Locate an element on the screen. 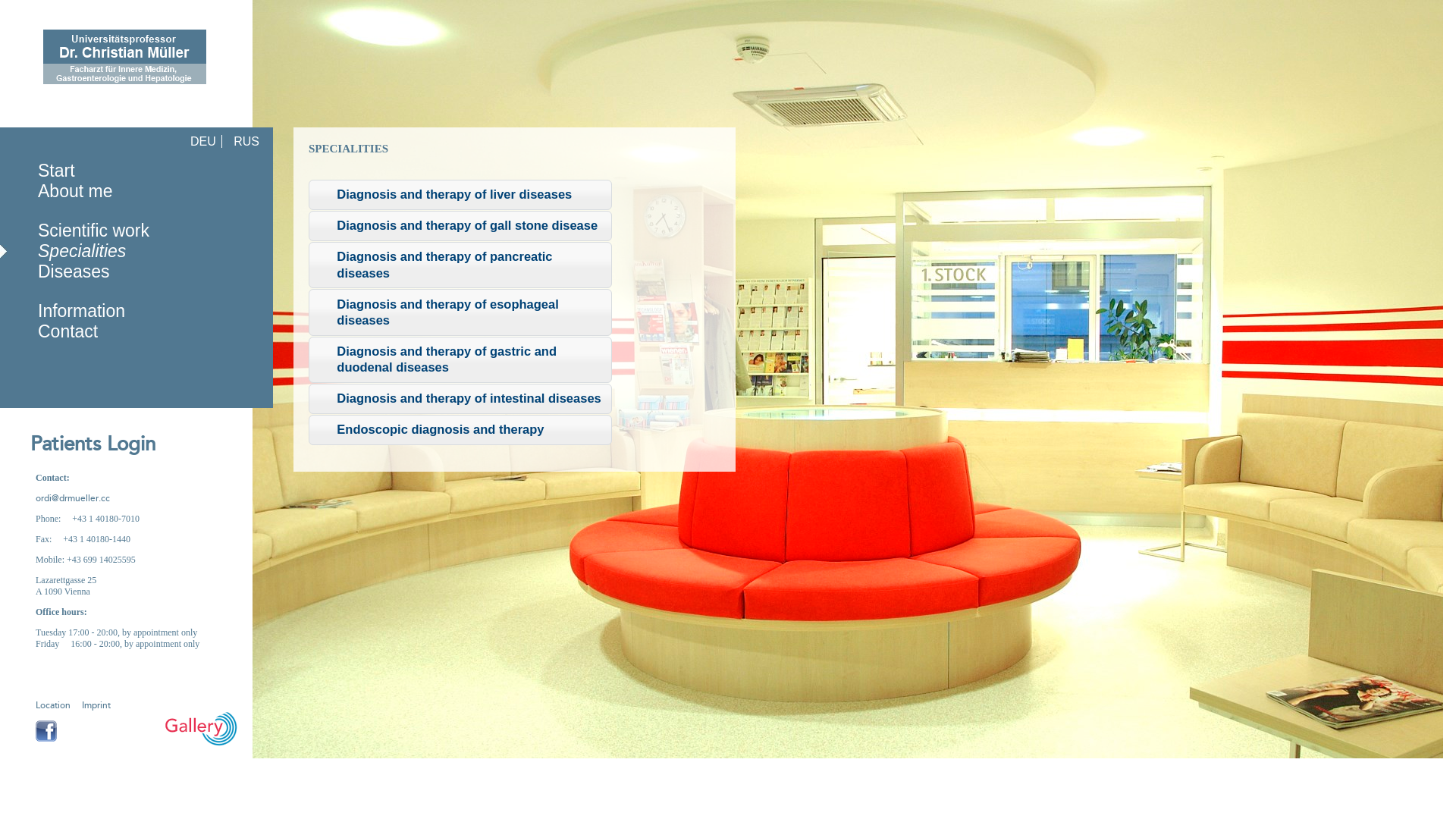  'Diagnosis and therapy of intestinal diseases' is located at coordinates (459, 397).